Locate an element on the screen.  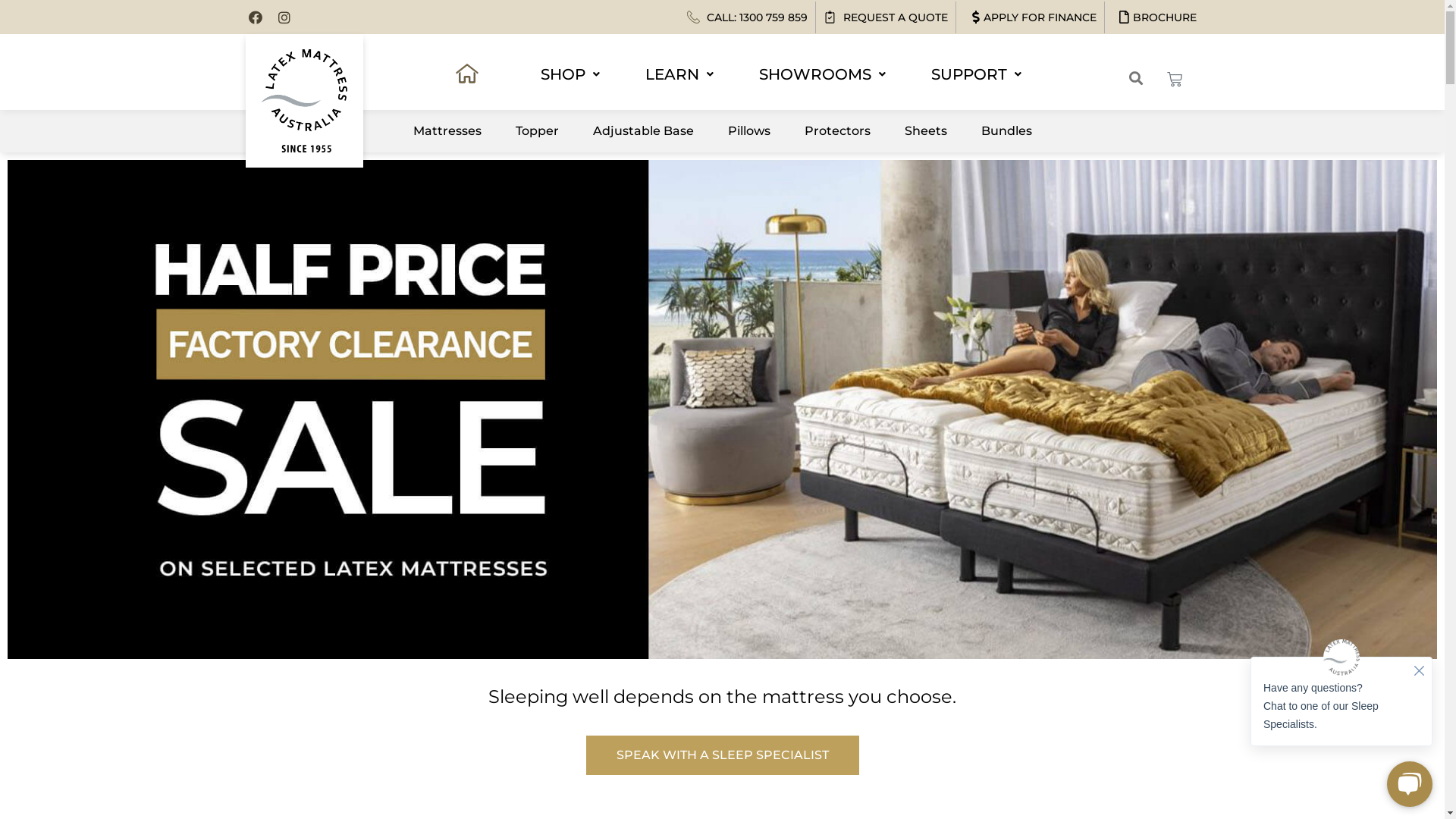
'Instagram' is located at coordinates (284, 17).